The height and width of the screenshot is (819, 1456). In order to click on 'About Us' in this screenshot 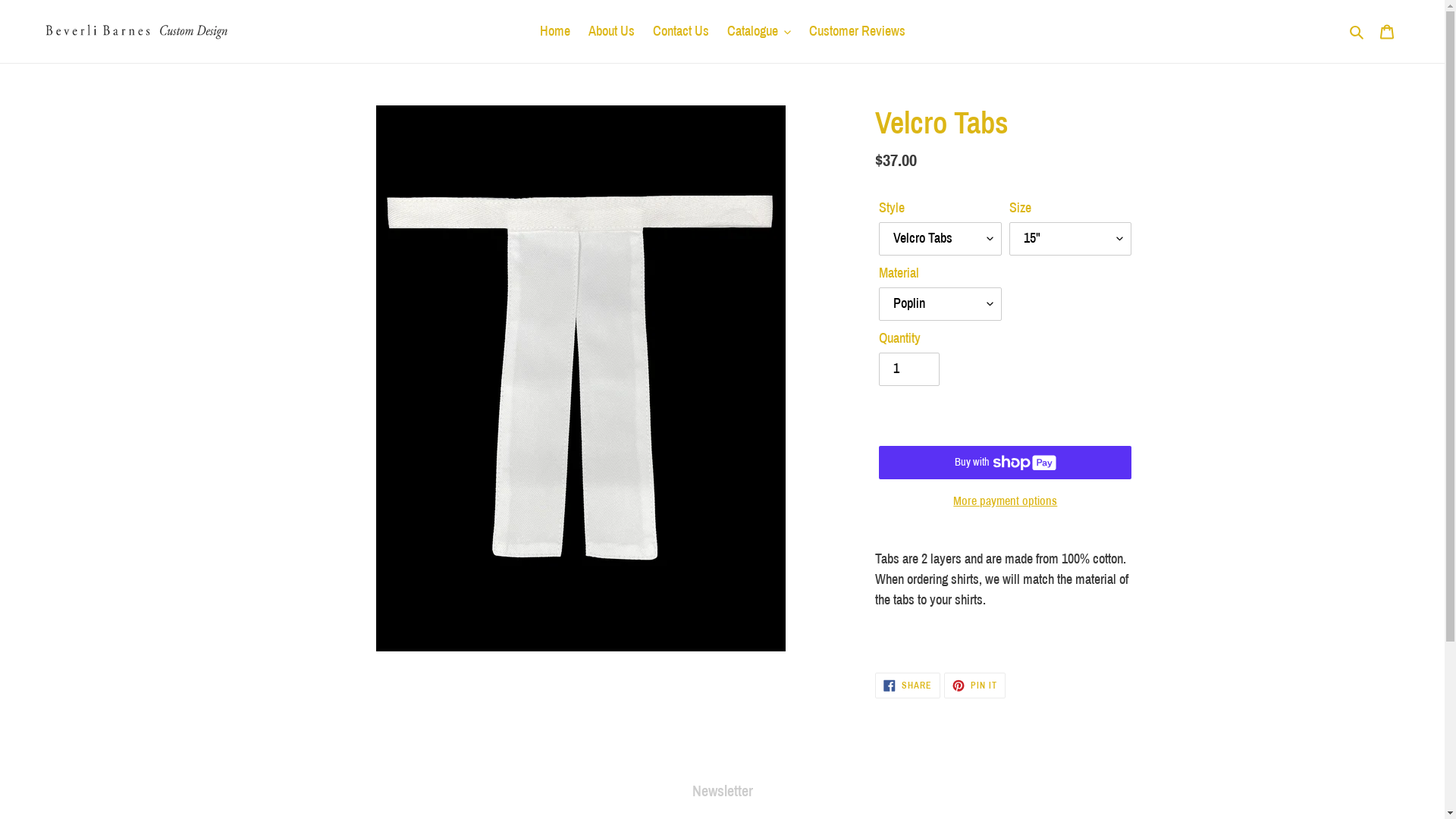, I will do `click(611, 31)`.